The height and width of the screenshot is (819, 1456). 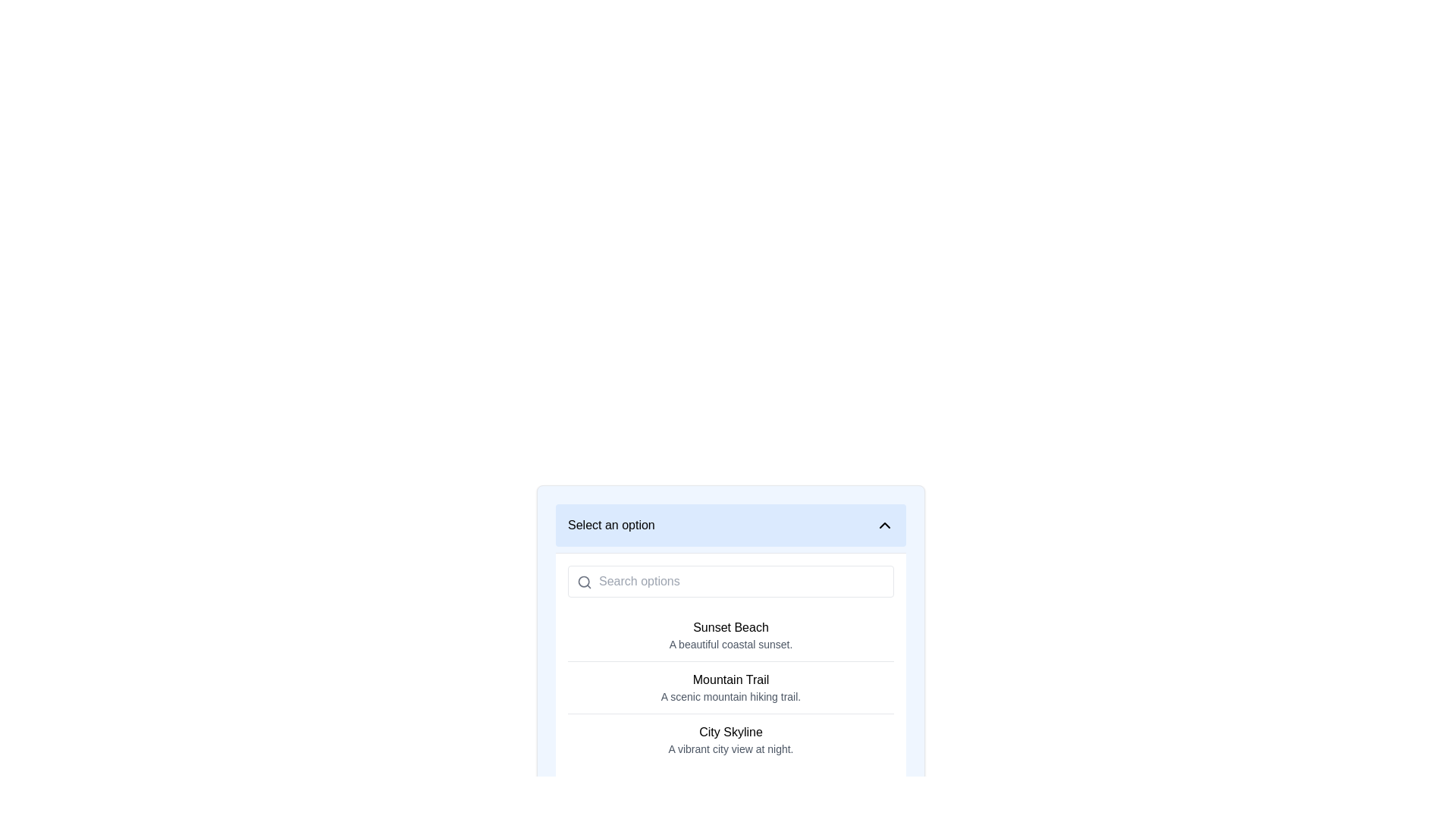 What do you see at coordinates (731, 696) in the screenshot?
I see `the descriptive text element that provides additional information about the 'Mountain Trail' option in the dropdown list, which is located below the 'Mountain Trail' label` at bounding box center [731, 696].